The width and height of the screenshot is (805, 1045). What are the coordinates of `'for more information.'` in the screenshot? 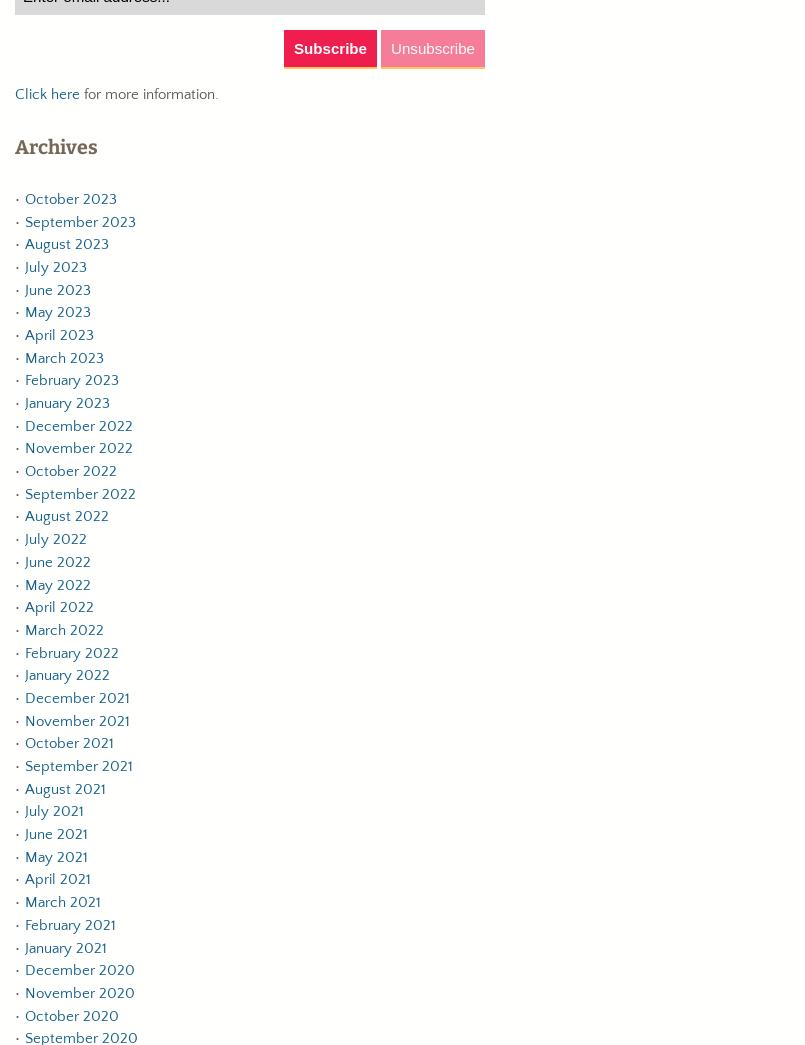 It's located at (149, 94).